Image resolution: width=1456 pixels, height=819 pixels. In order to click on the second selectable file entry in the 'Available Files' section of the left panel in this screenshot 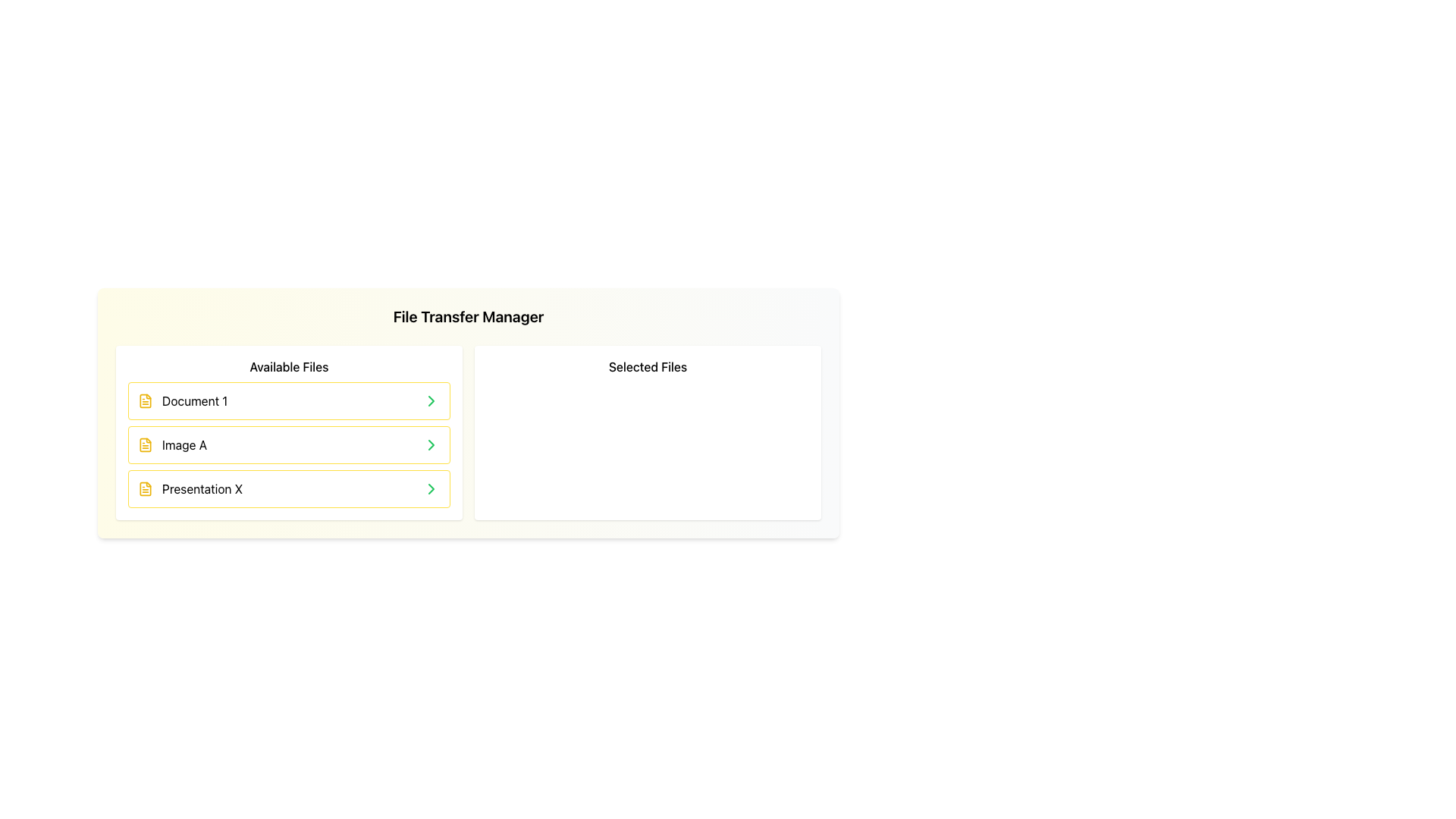, I will do `click(172, 444)`.